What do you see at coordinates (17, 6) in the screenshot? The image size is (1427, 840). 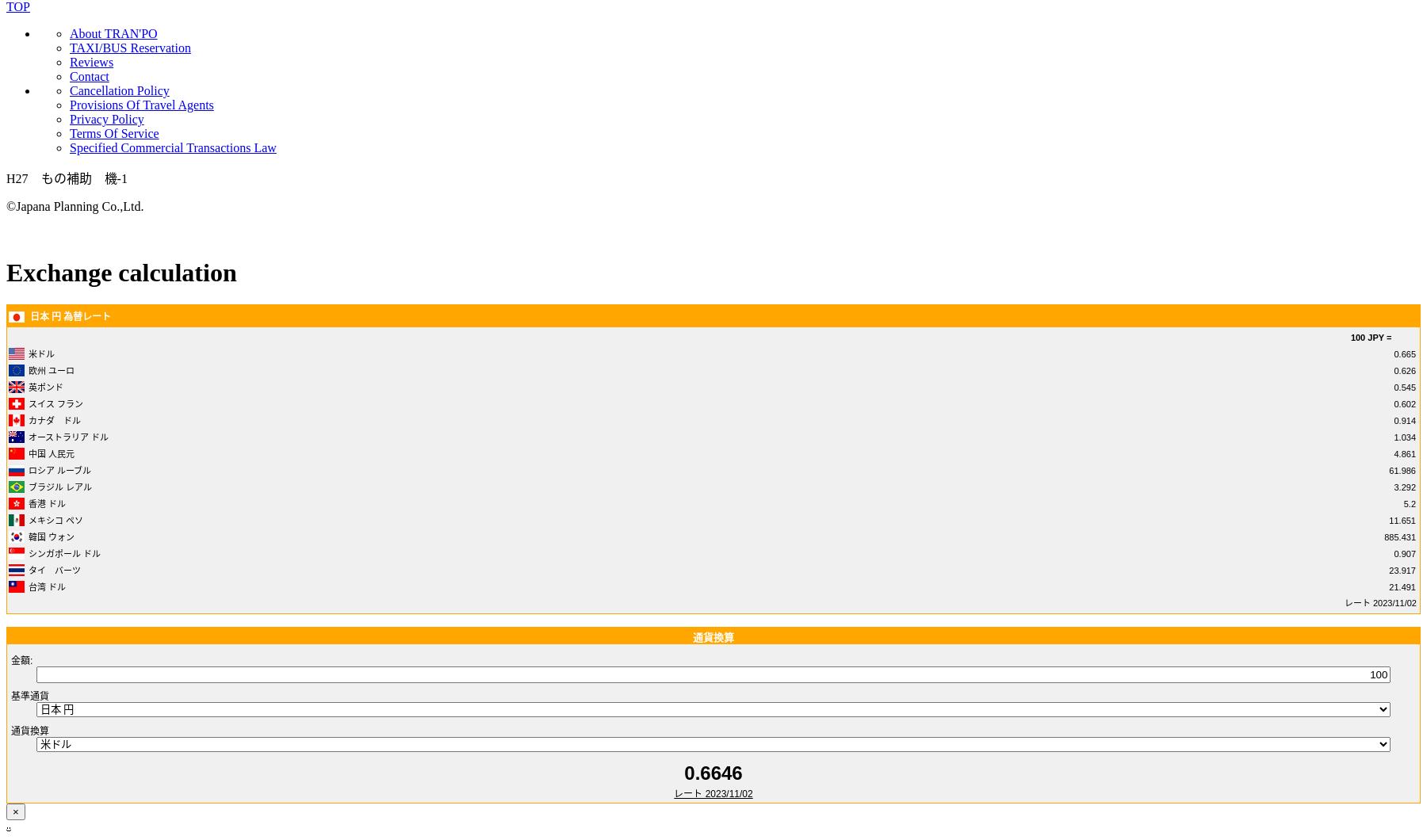 I see `'TOP'` at bounding box center [17, 6].